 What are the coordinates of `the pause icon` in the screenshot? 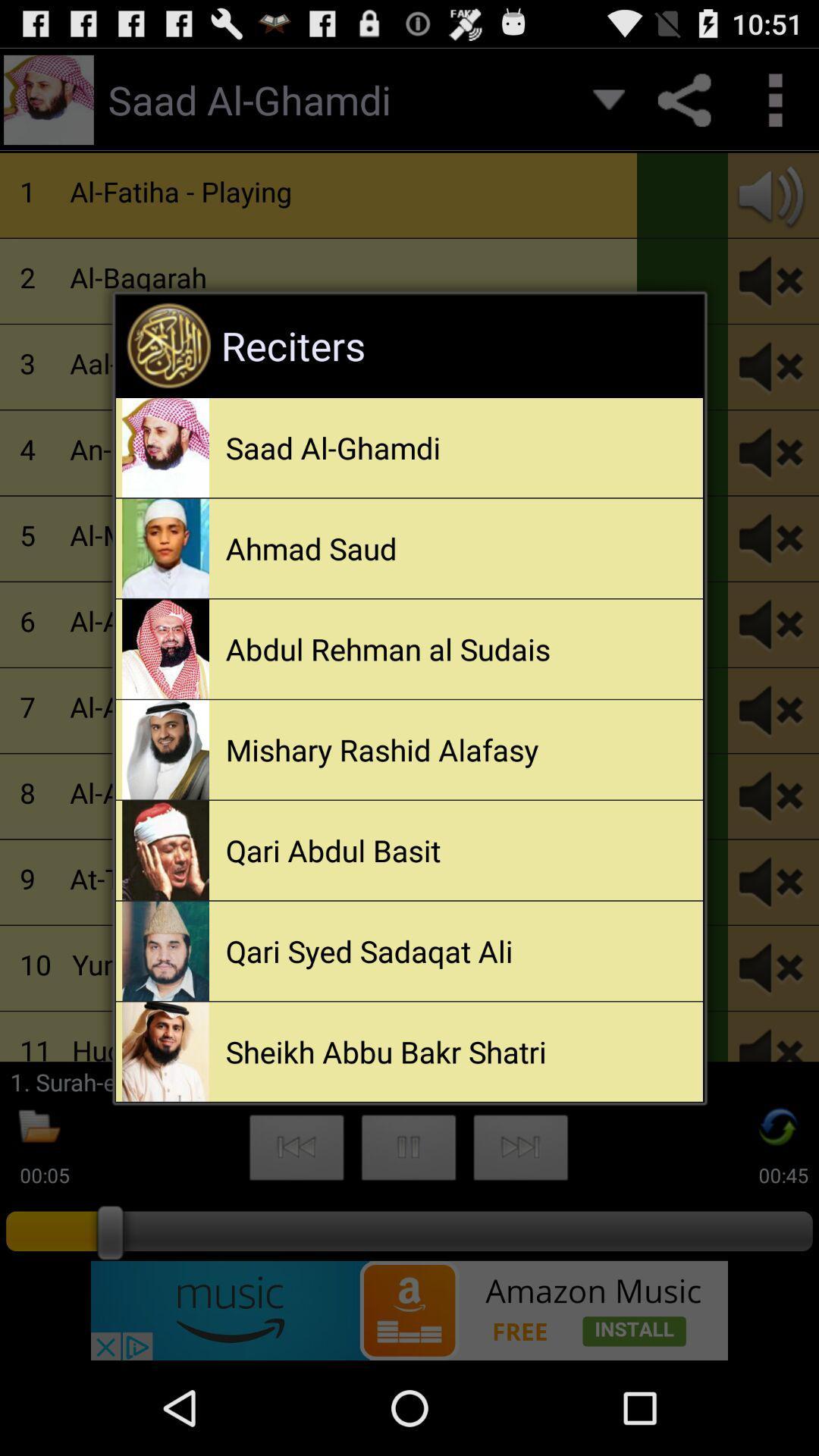 It's located at (408, 1233).